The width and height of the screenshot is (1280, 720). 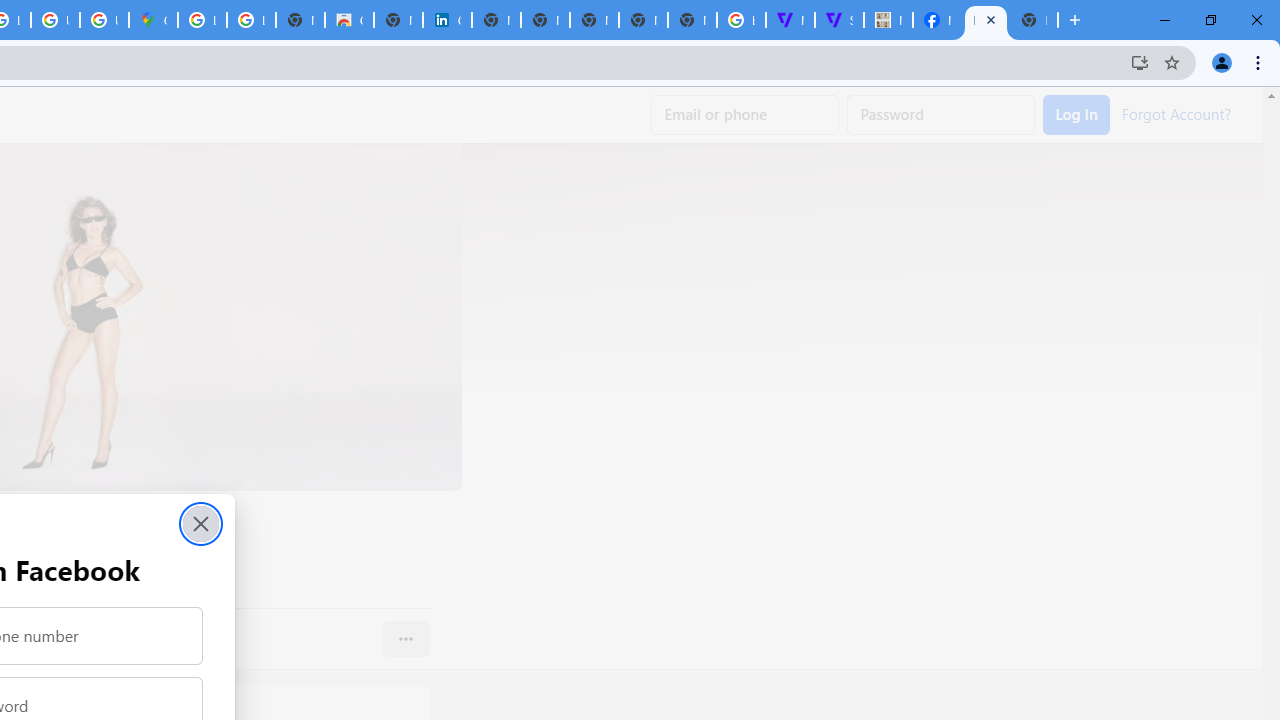 What do you see at coordinates (936, 20) in the screenshot?
I see `'Miley Cyrus | Facebook'` at bounding box center [936, 20].